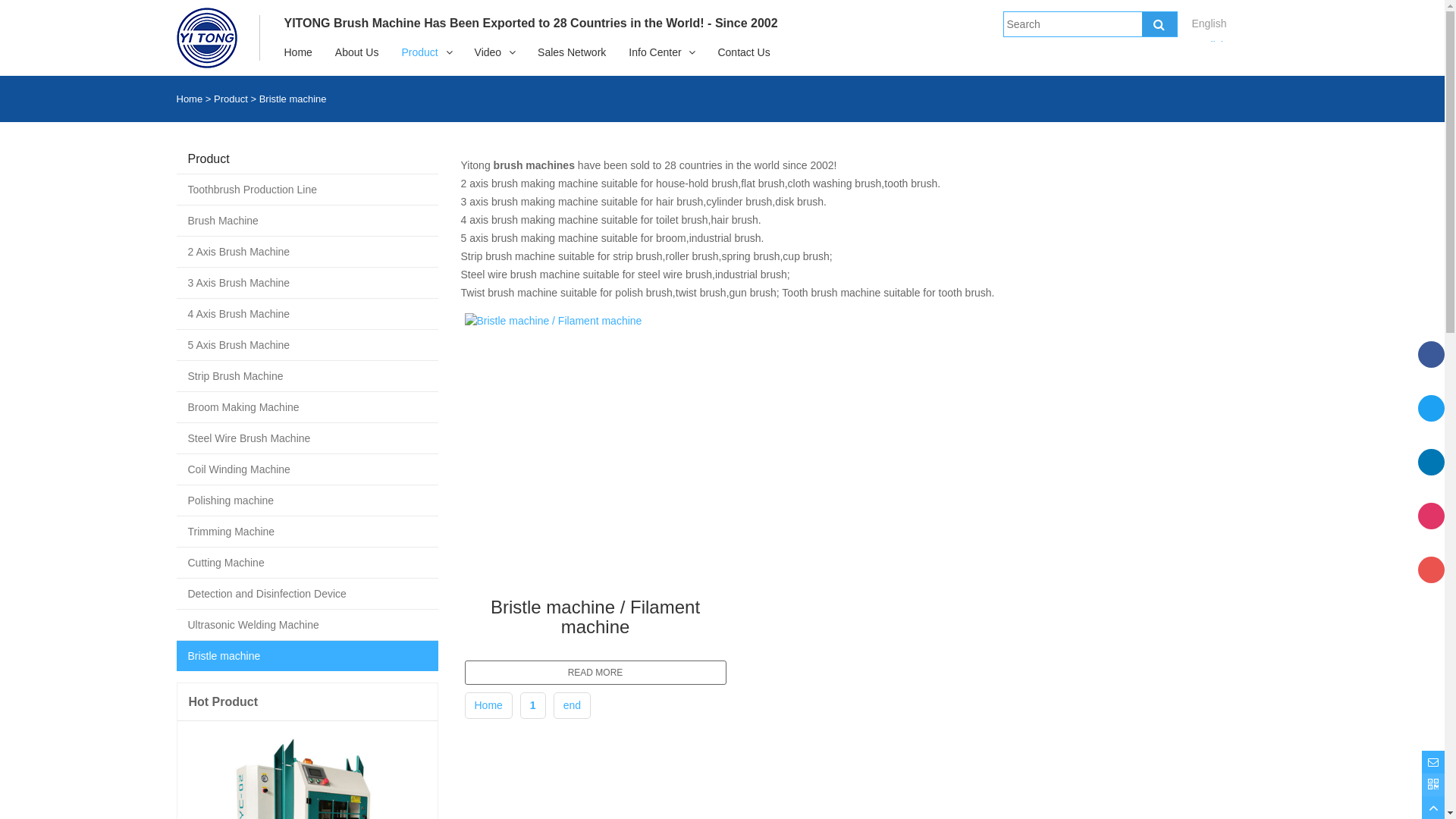  Describe the element at coordinates (570, 52) in the screenshot. I see `'Sales Network'` at that location.